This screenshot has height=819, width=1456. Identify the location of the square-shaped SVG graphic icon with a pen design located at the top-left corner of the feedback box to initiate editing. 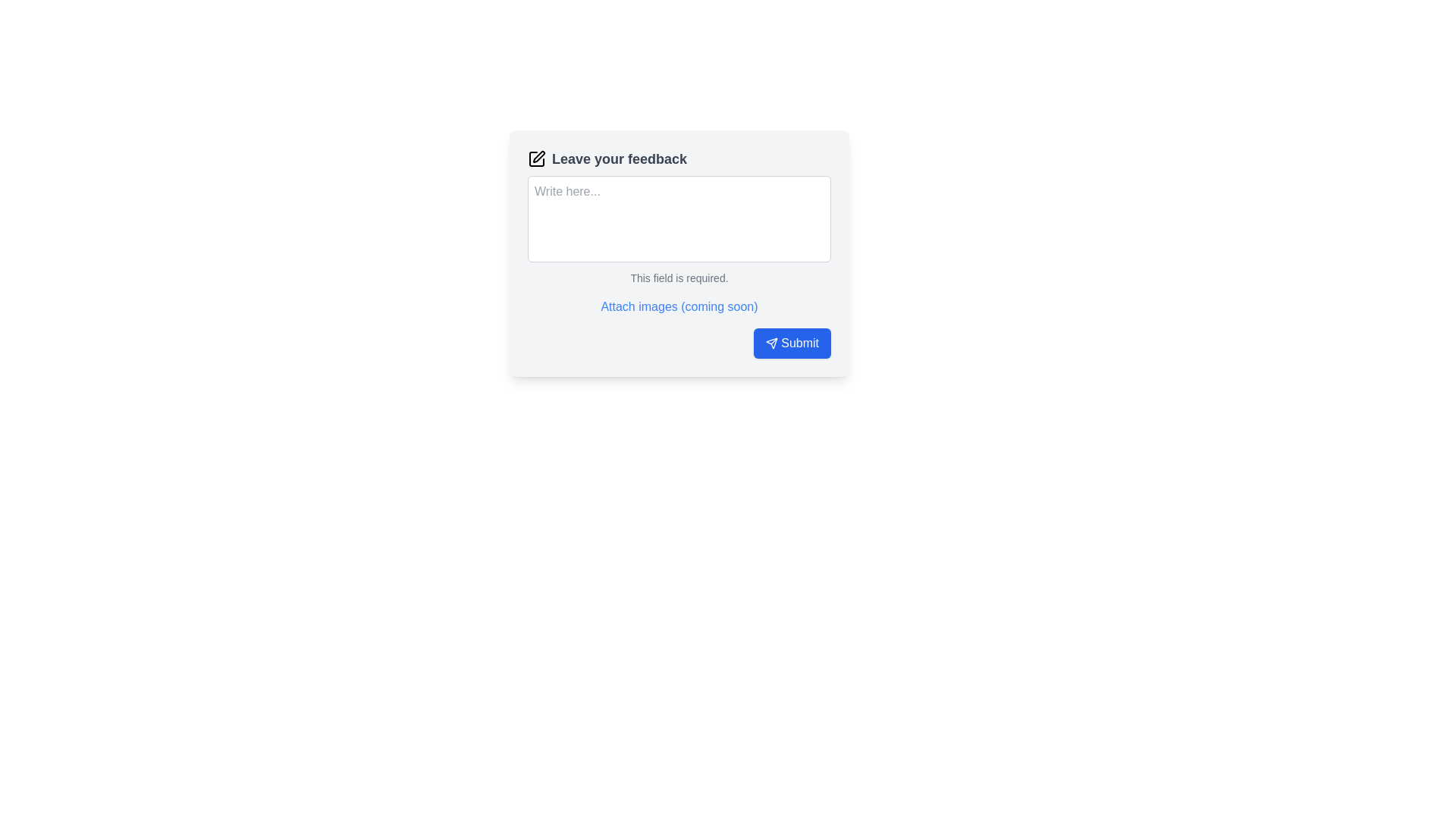
(537, 158).